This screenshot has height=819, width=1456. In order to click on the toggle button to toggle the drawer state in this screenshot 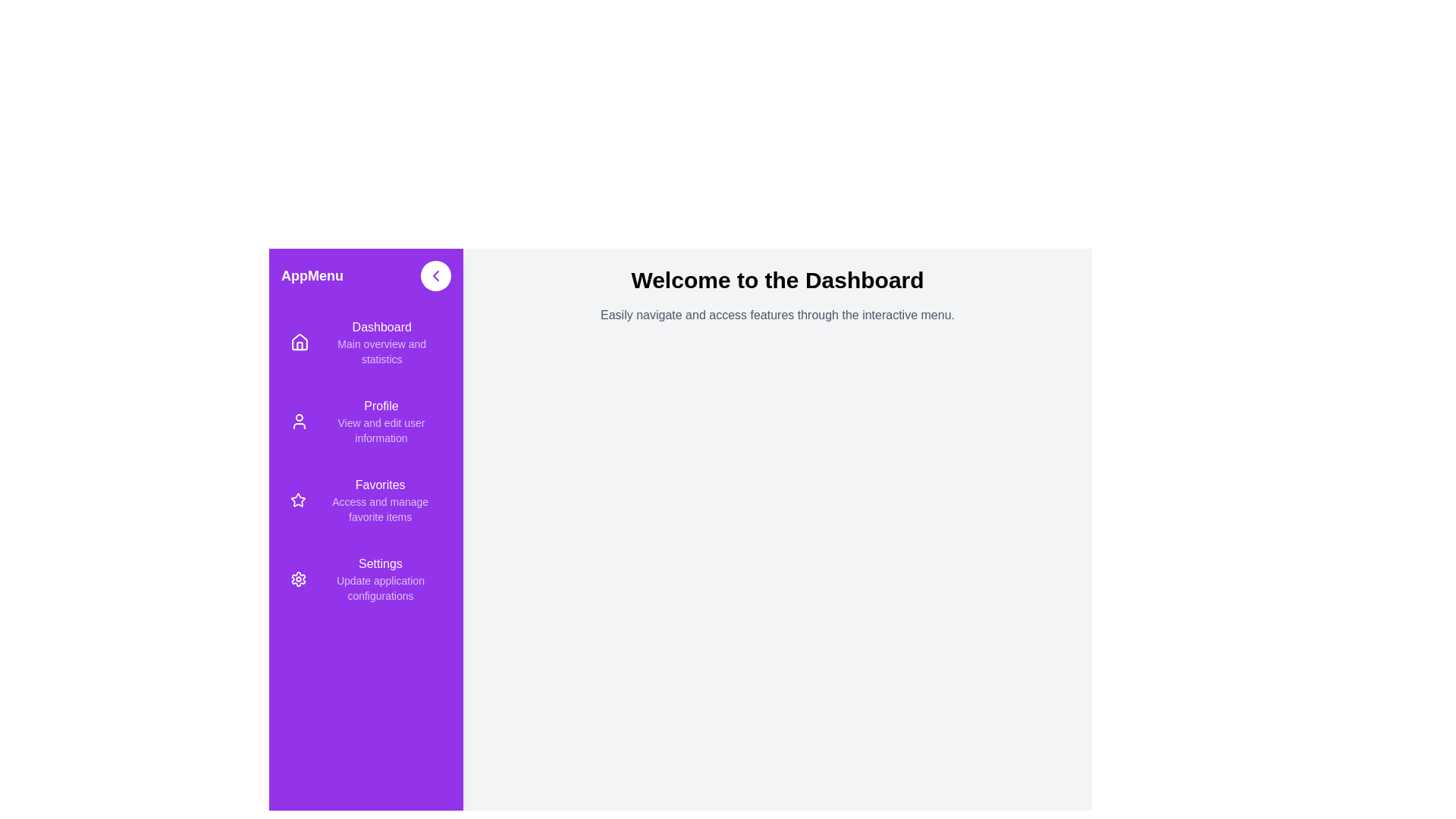, I will do `click(435, 275)`.